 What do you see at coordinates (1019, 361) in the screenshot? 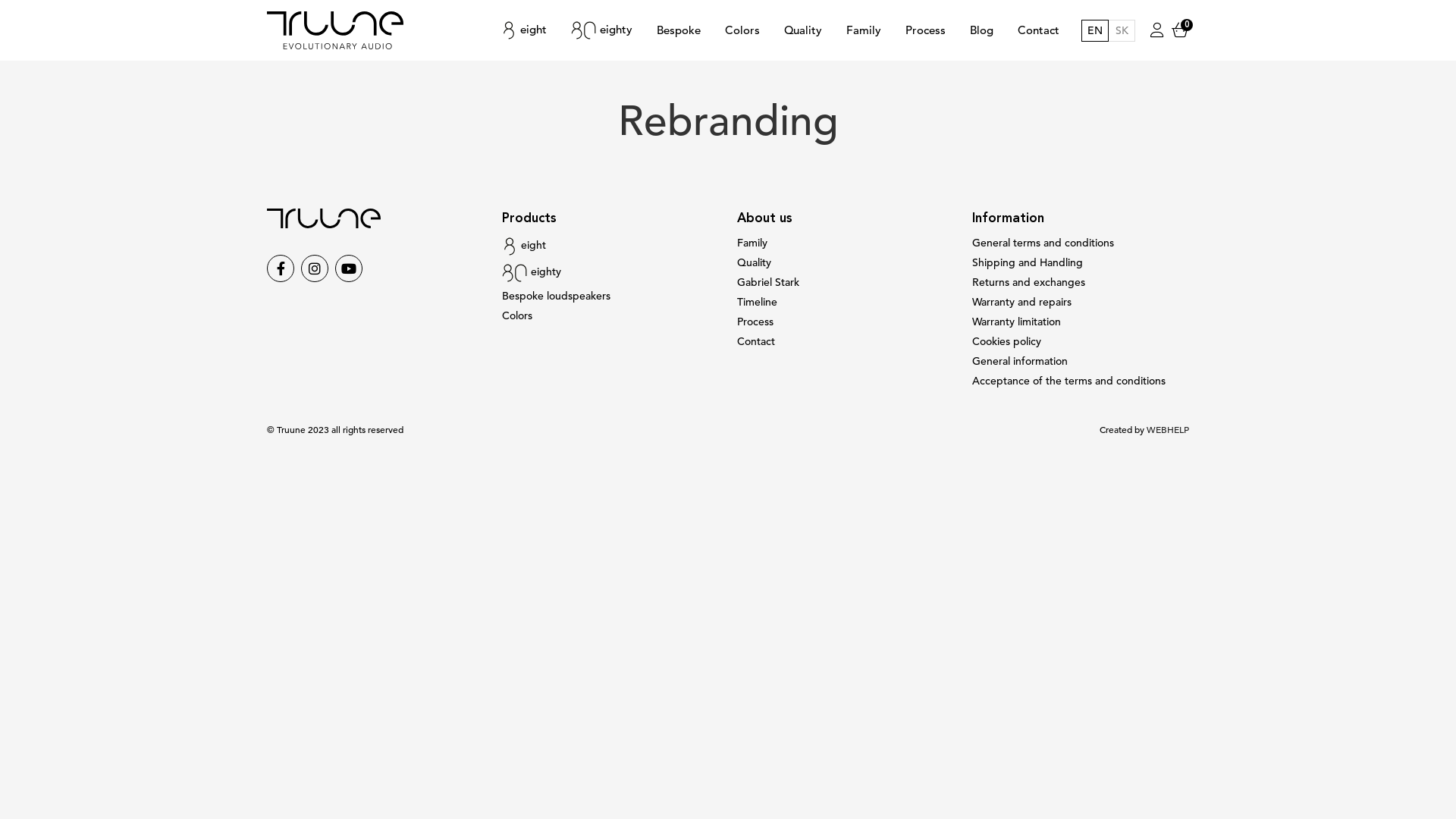
I see `'General information'` at bounding box center [1019, 361].